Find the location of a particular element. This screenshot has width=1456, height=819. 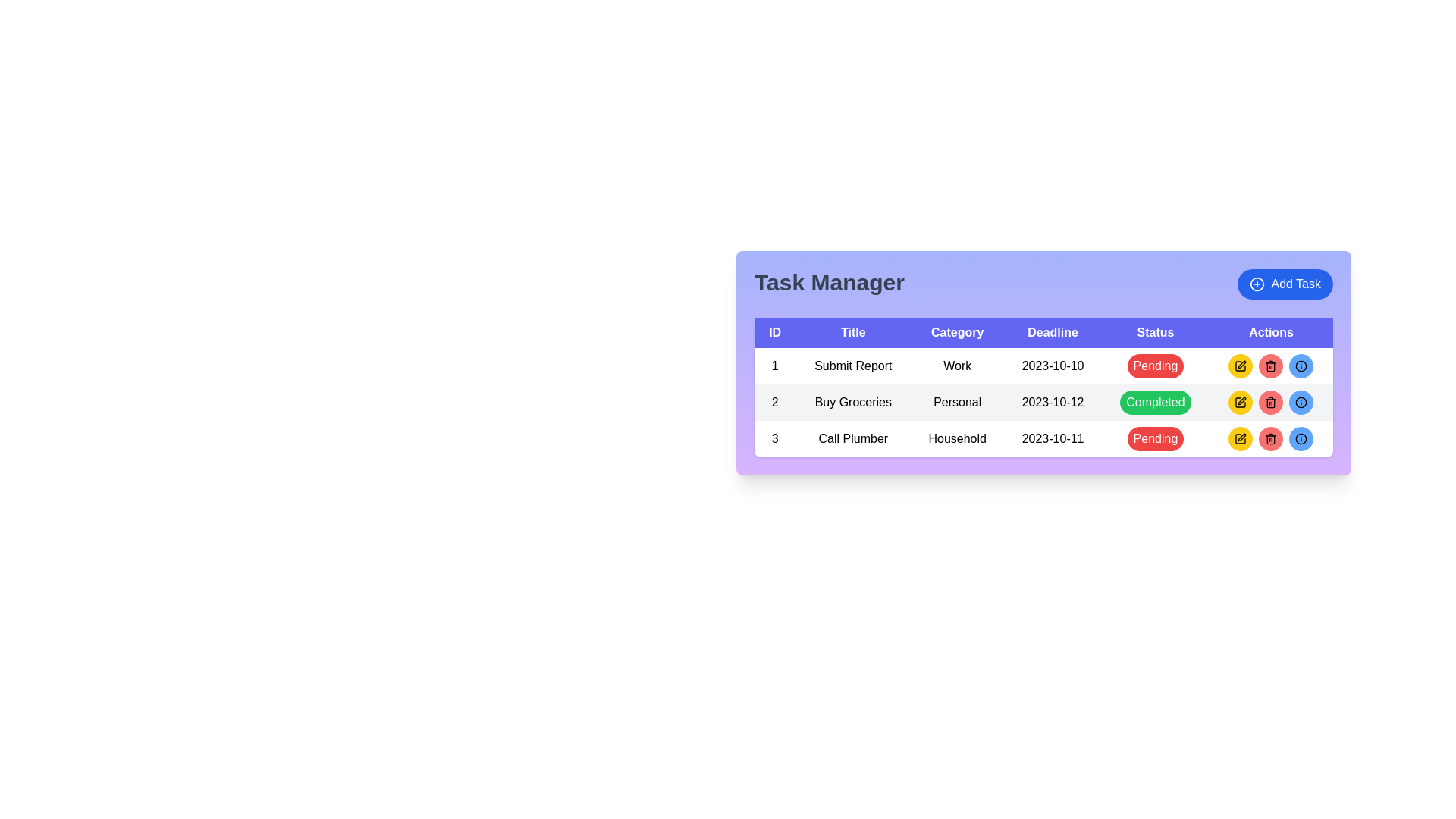

the 'Category' text label, which is styled with white text on a blue background and located in the header row of a table layout is located at coordinates (956, 332).